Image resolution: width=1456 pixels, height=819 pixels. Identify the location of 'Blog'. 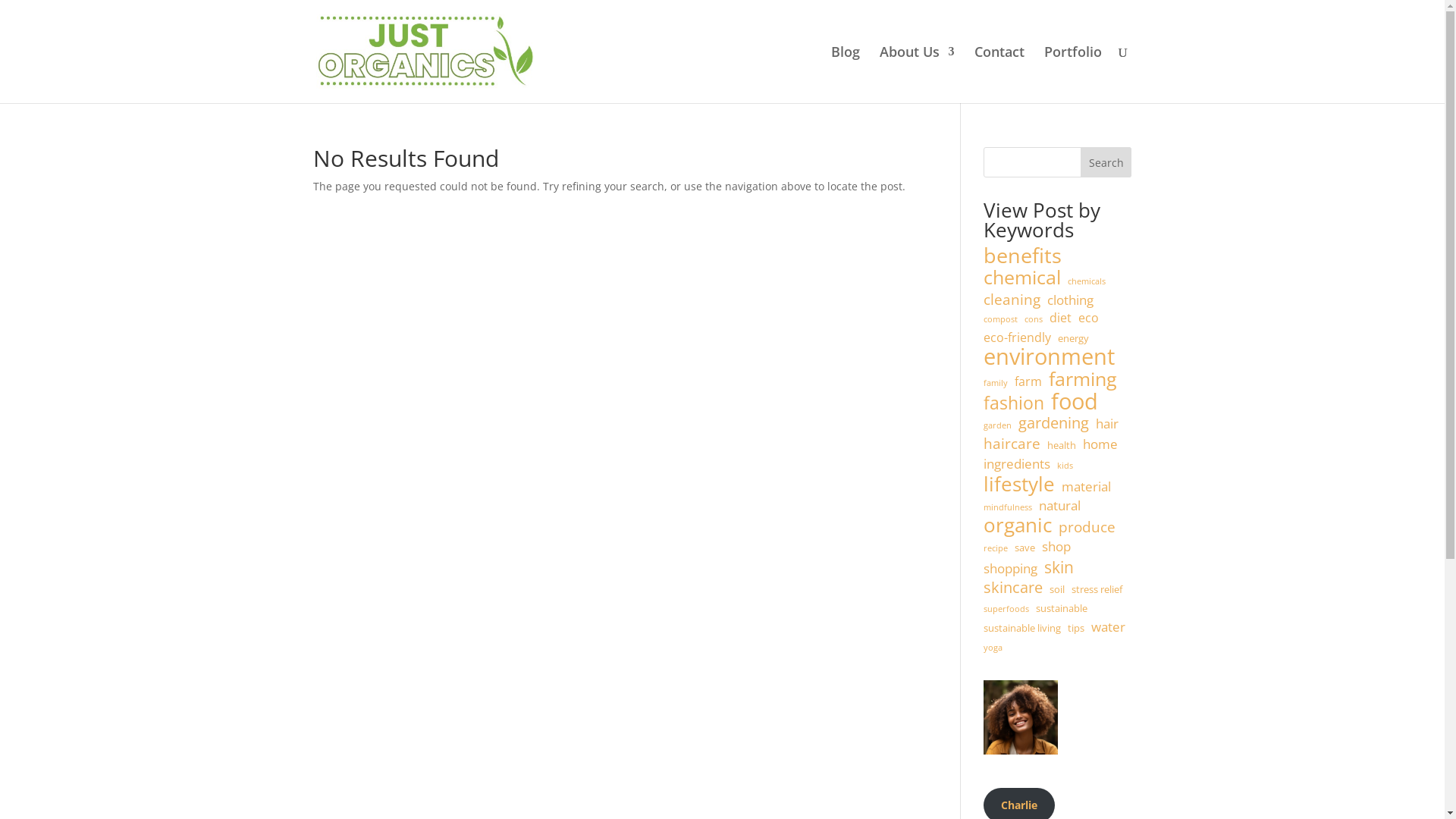
(844, 74).